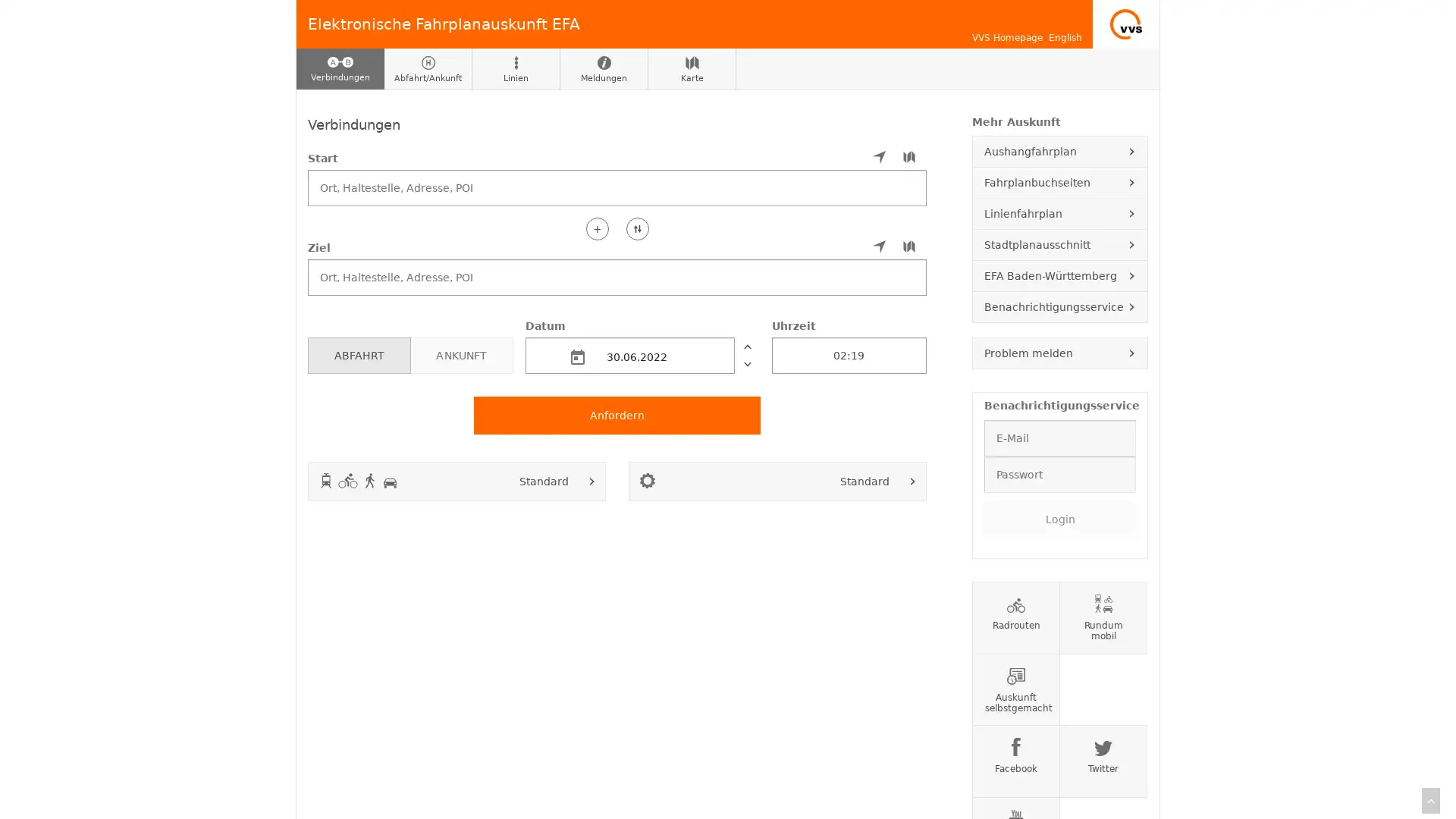 Image resolution: width=1456 pixels, height=819 pixels. Describe the element at coordinates (691, 69) in the screenshot. I see `Karte` at that location.